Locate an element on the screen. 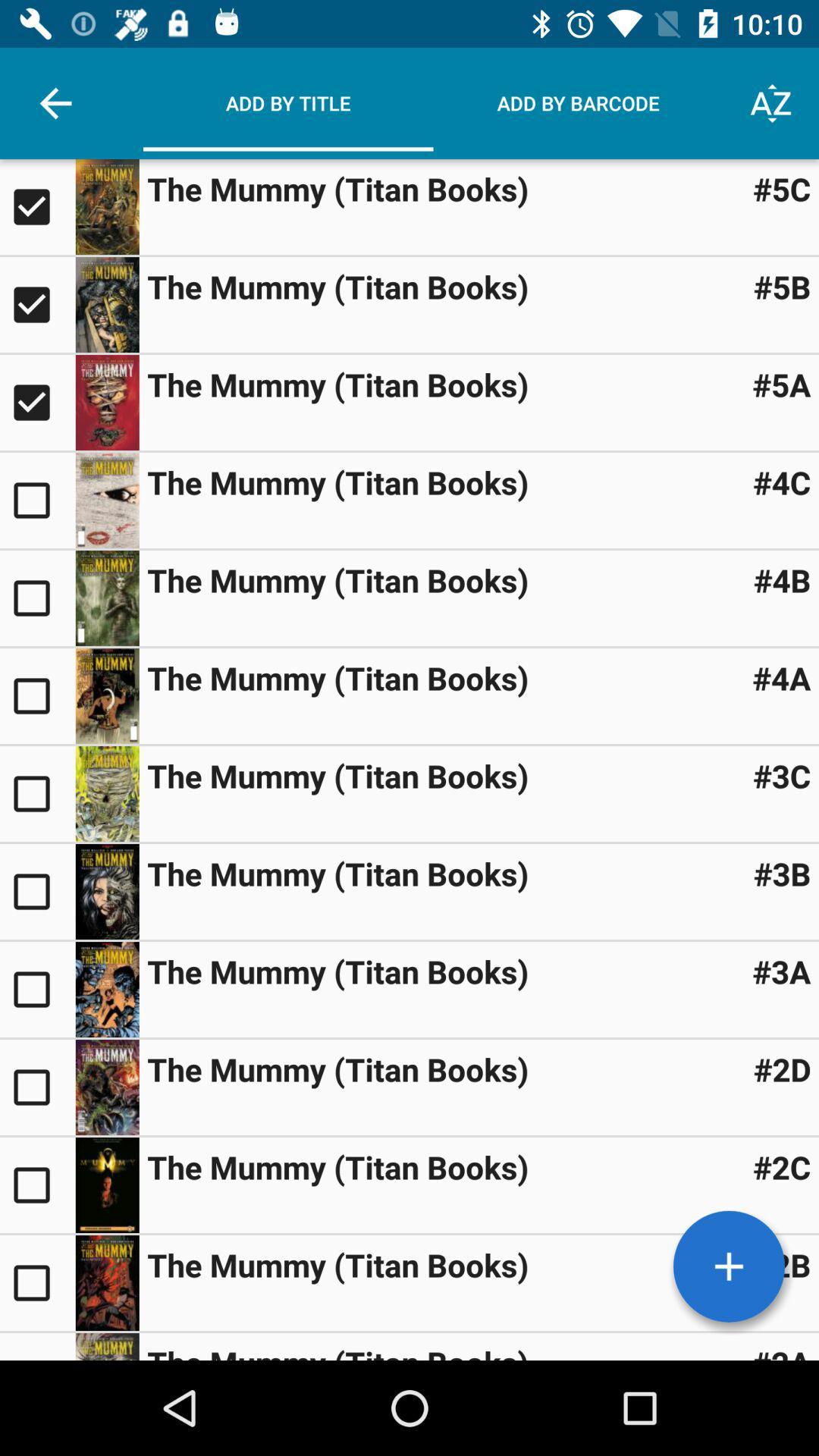  button is located at coordinates (36, 892).